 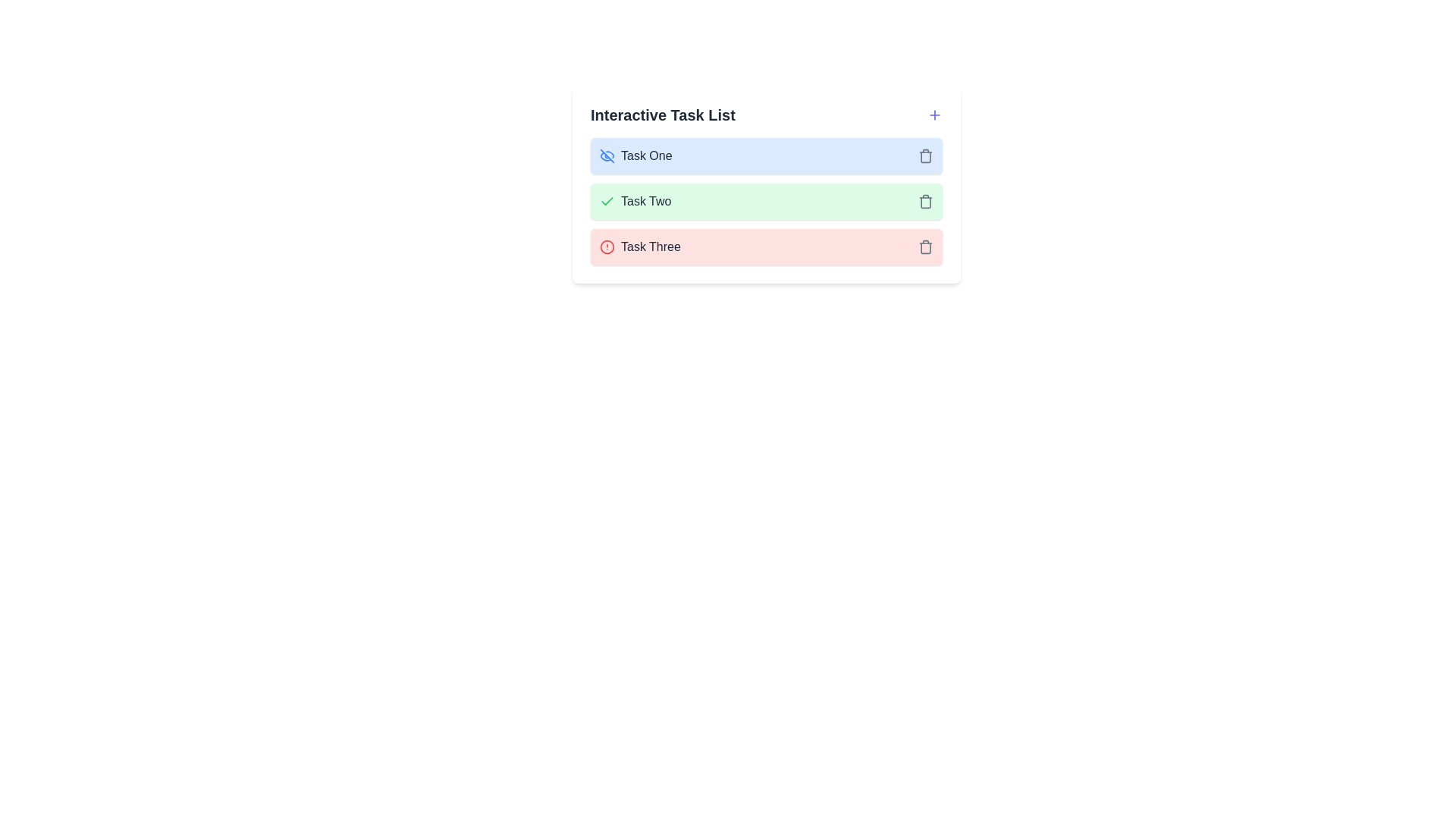 What do you see at coordinates (646, 155) in the screenshot?
I see `the text element displaying 'Task One', which is bold and gray, located in the top section of the 'Interactive Task List'` at bounding box center [646, 155].